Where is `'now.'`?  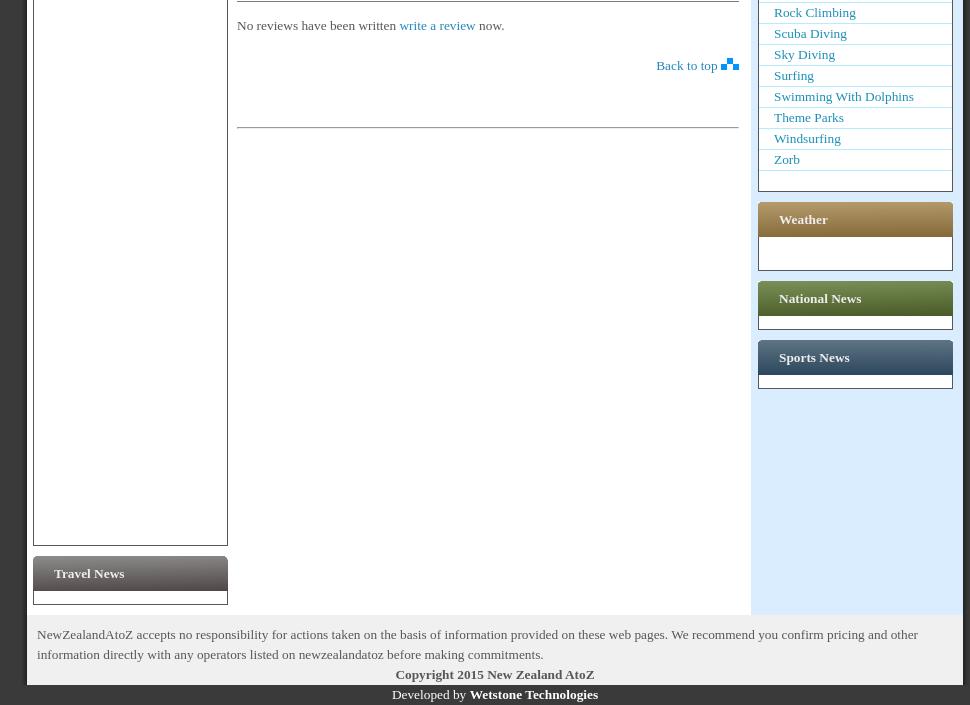
'now.' is located at coordinates (477, 23).